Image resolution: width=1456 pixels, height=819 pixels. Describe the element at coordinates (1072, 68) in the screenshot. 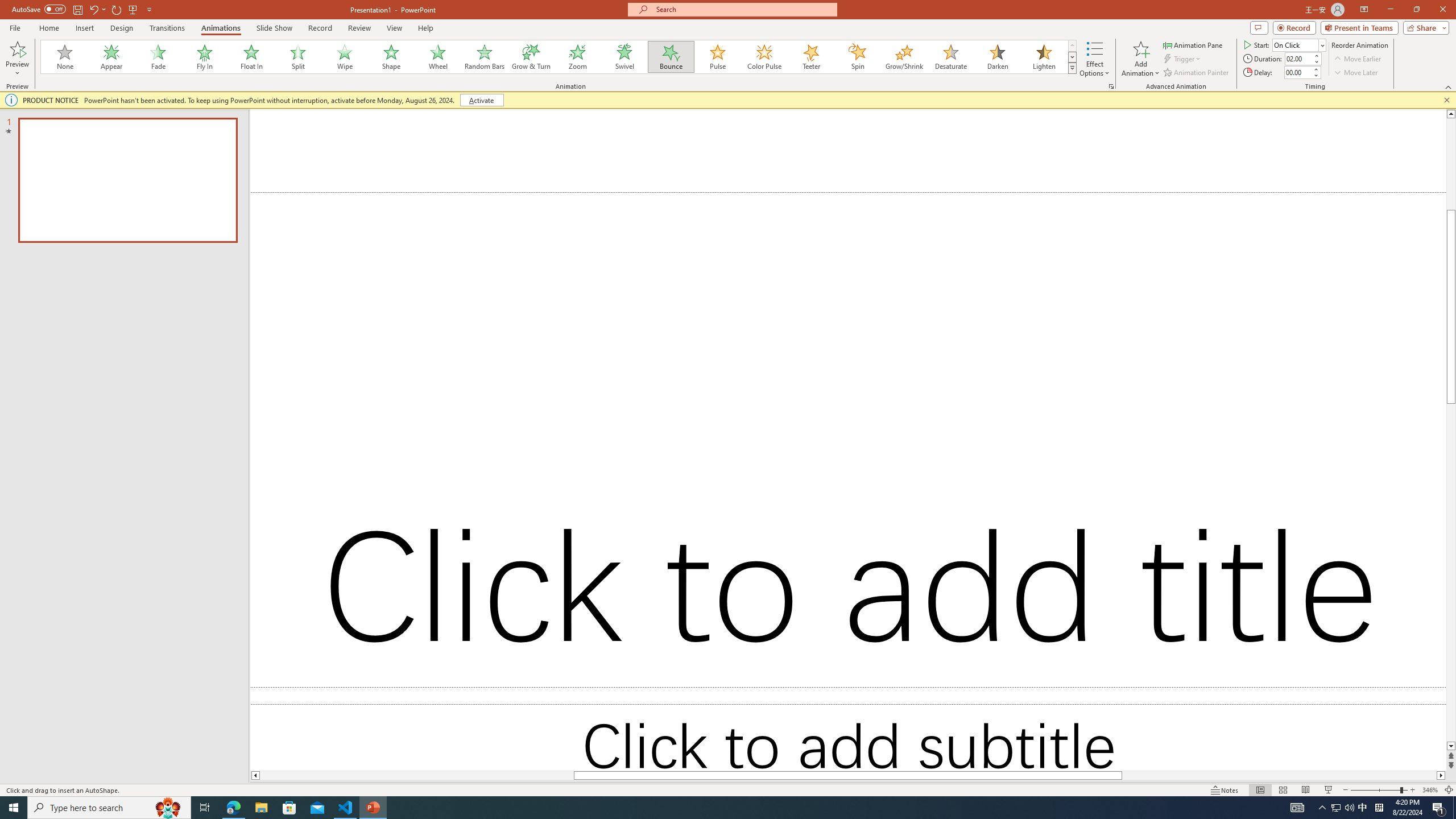

I see `'Class: NetUIImage'` at that location.